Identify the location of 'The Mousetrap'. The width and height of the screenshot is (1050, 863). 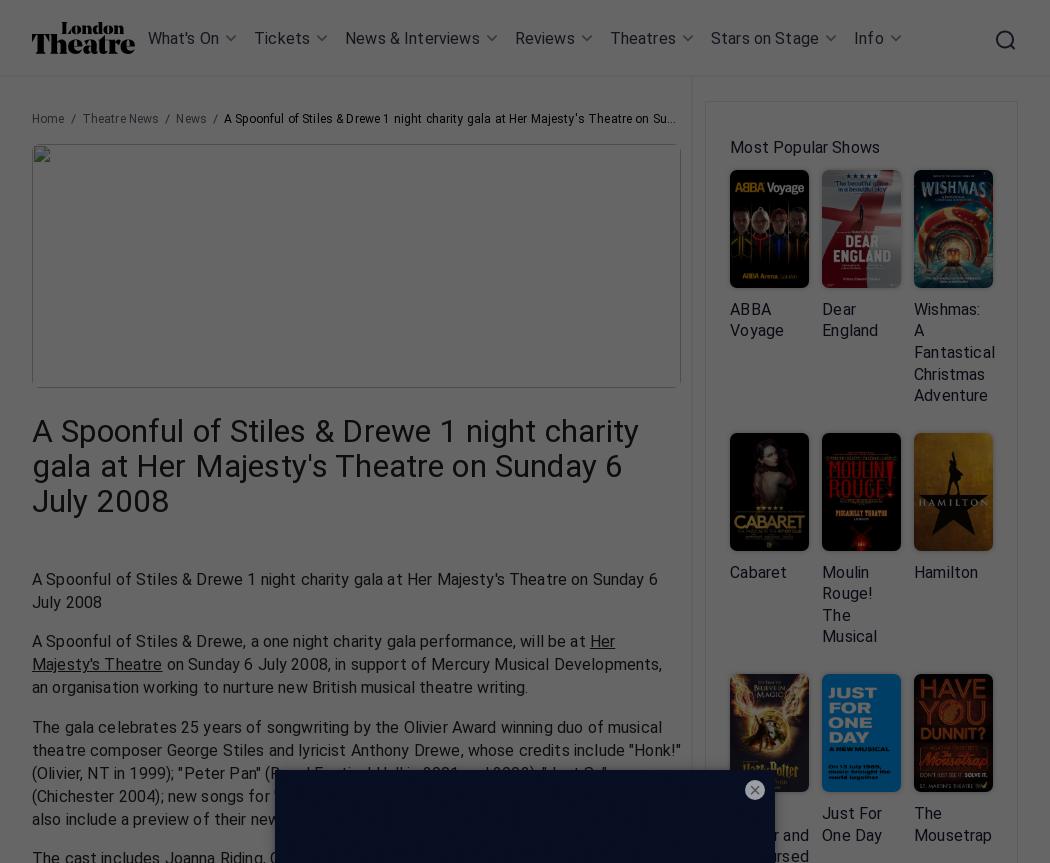
(951, 822).